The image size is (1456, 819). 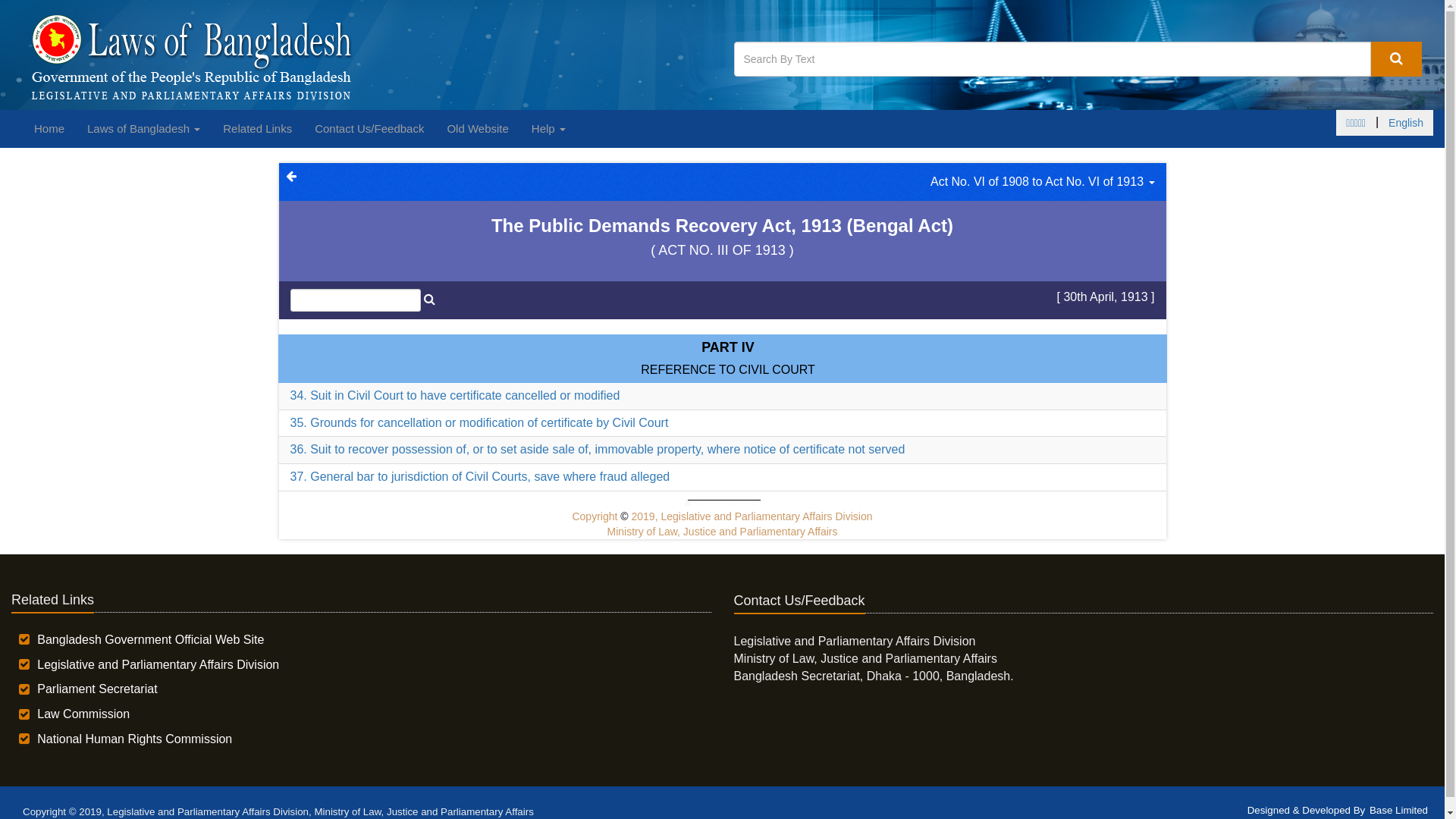 I want to click on 'National Human Rights Commission', so click(x=134, y=738).